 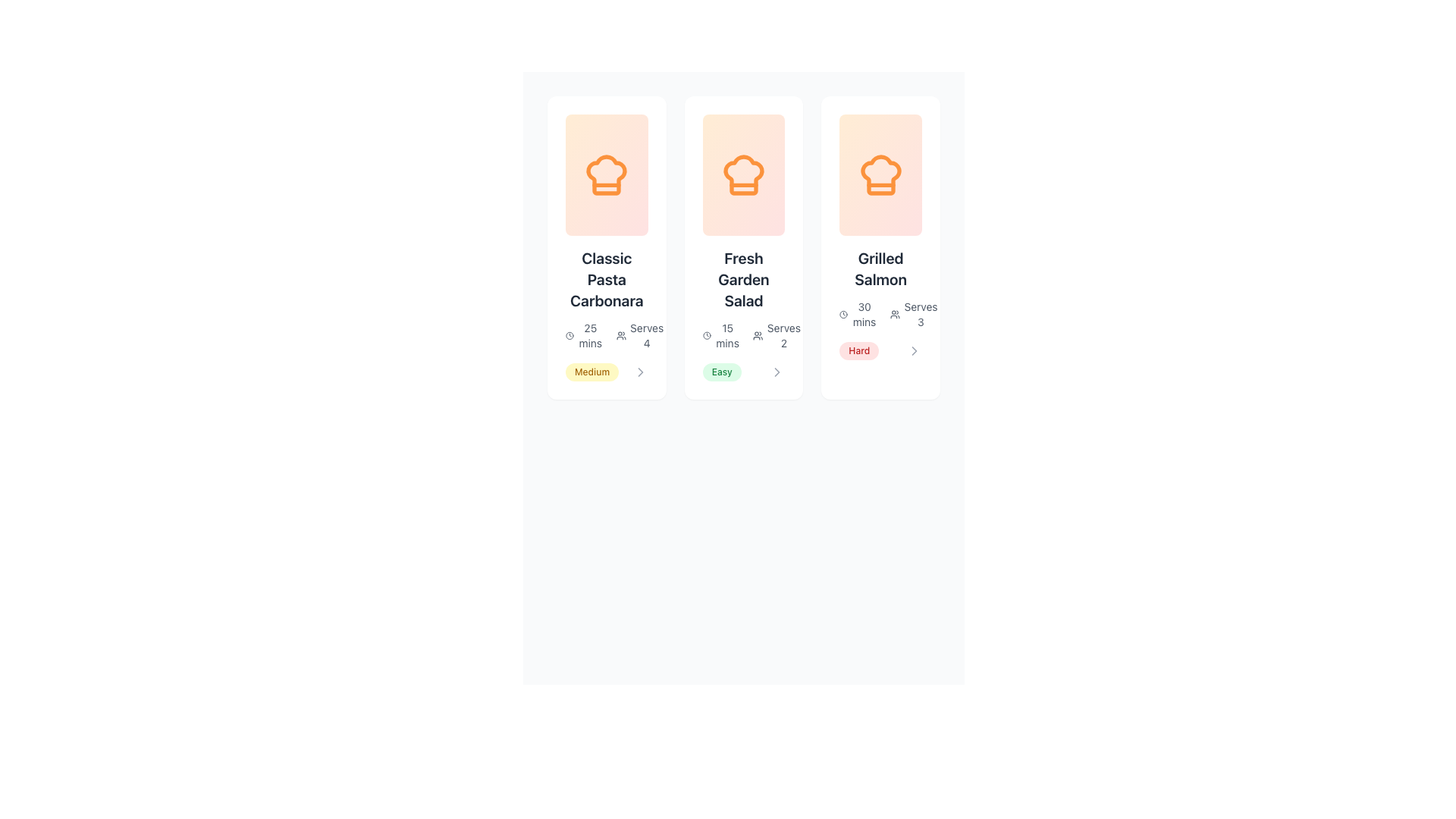 What do you see at coordinates (706, 335) in the screenshot?
I see `the clock icon, which is a minimalistic design with a circular outer border and clock hands pointing at 12 and approximately 2 o’clock, located to the left of the text '15 mins' in the second card section under 'Fresh Garden Salad'` at bounding box center [706, 335].